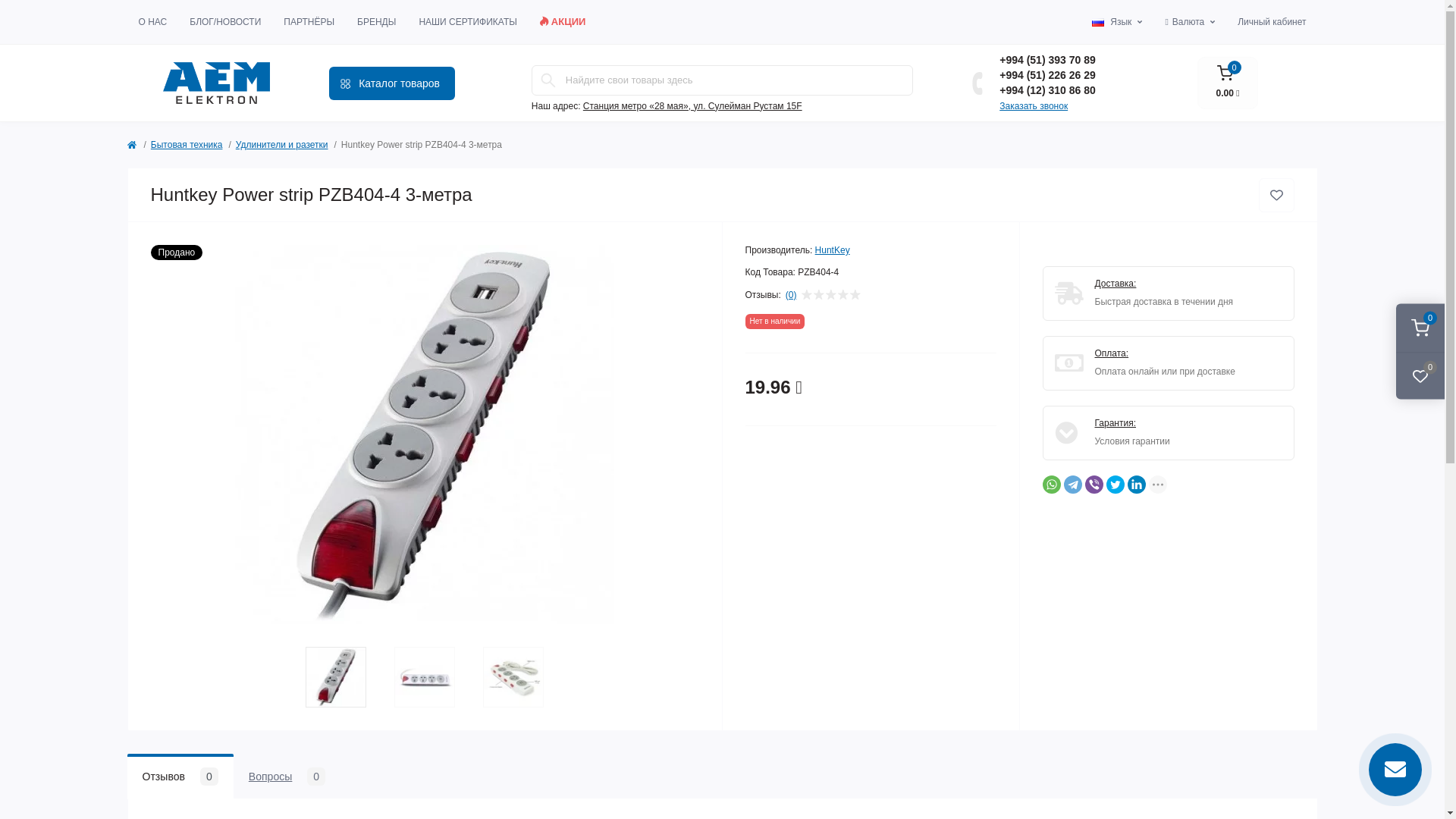 This screenshot has height=819, width=1456. I want to click on 'LinkedIn', so click(1127, 485).